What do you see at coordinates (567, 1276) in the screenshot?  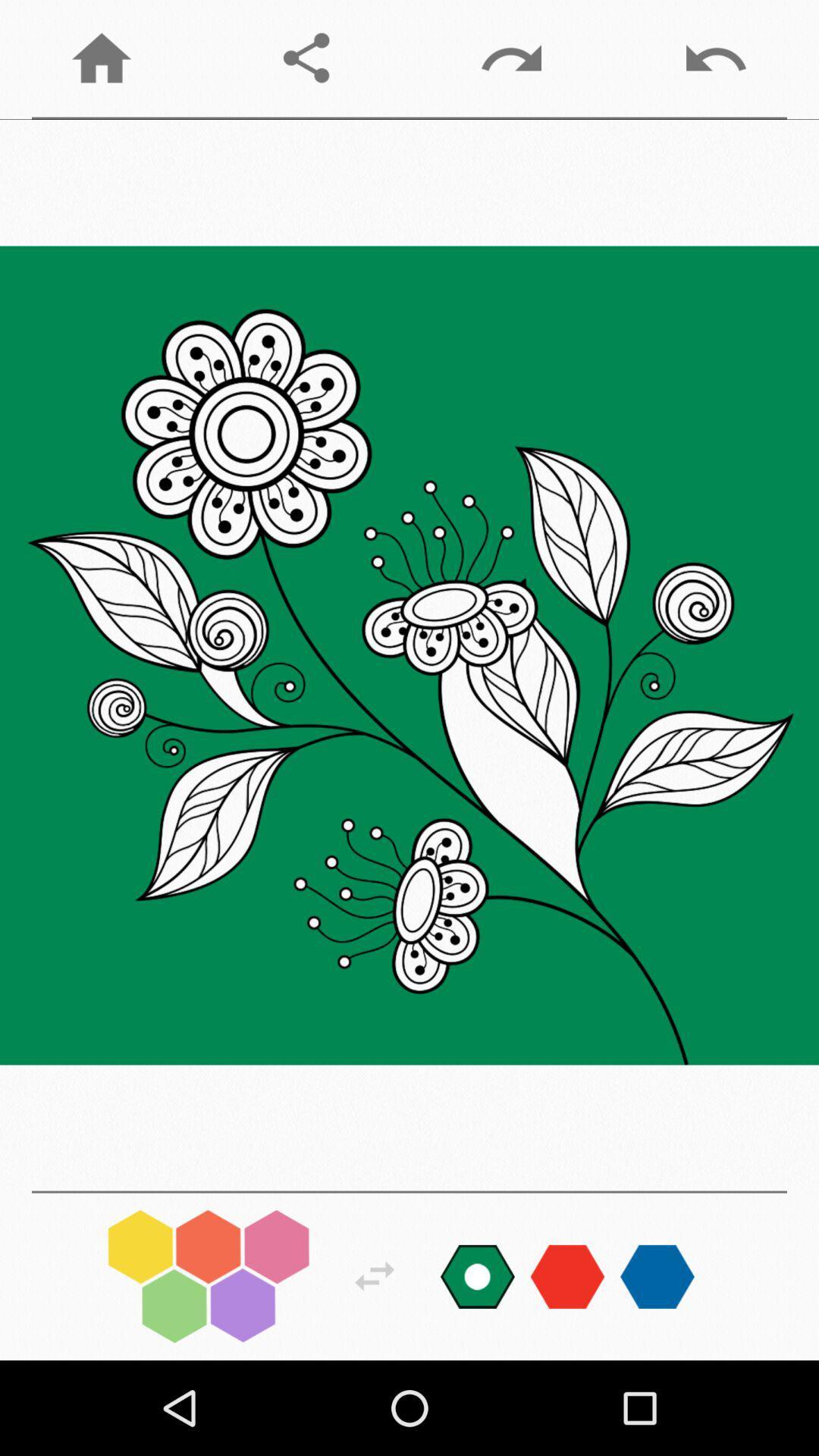 I see `the star icon` at bounding box center [567, 1276].